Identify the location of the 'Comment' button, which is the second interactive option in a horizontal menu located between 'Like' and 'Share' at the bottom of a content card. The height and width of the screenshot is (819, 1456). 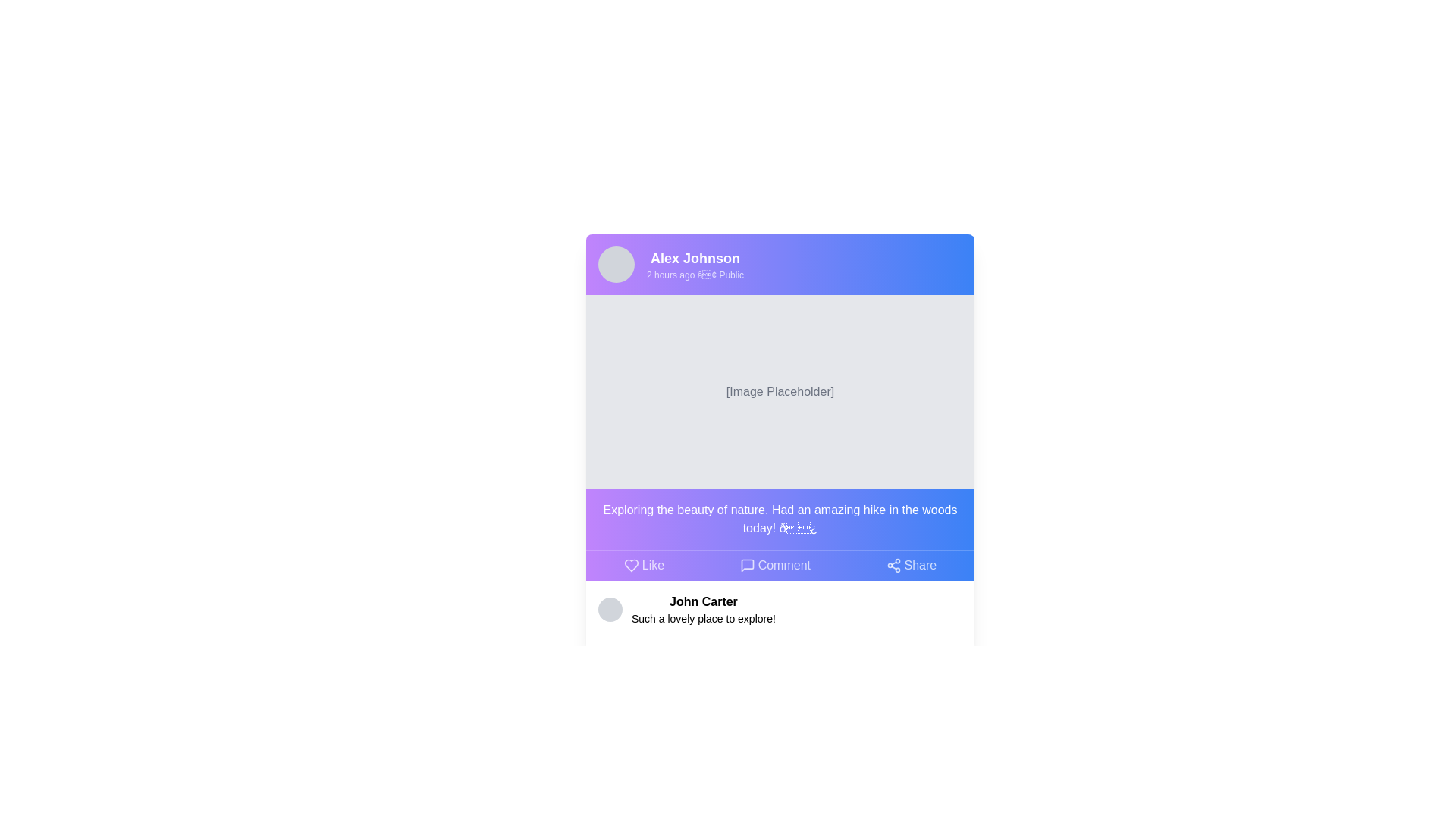
(775, 565).